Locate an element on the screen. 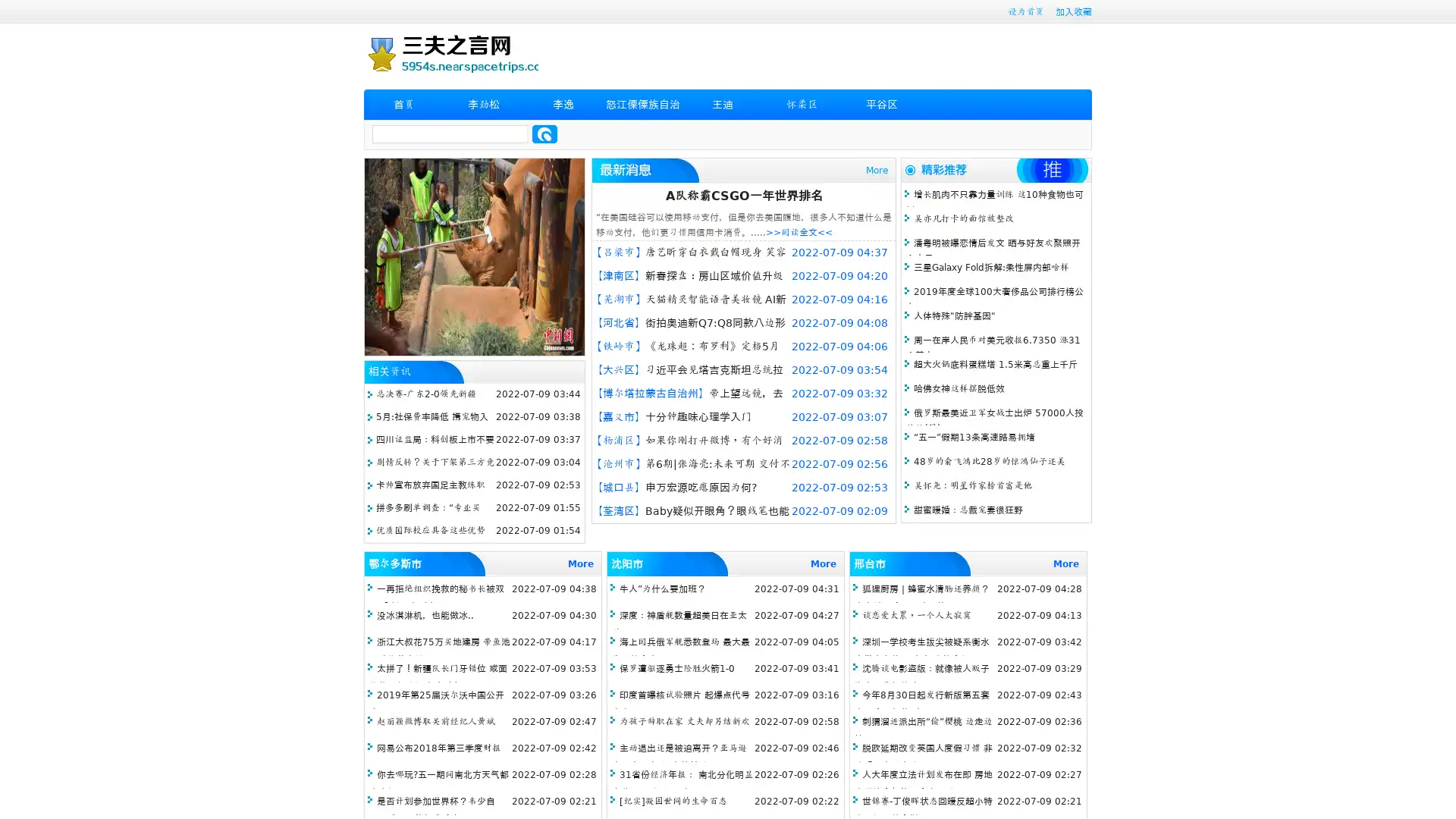 This screenshot has height=819, width=1456. Search is located at coordinates (544, 133).